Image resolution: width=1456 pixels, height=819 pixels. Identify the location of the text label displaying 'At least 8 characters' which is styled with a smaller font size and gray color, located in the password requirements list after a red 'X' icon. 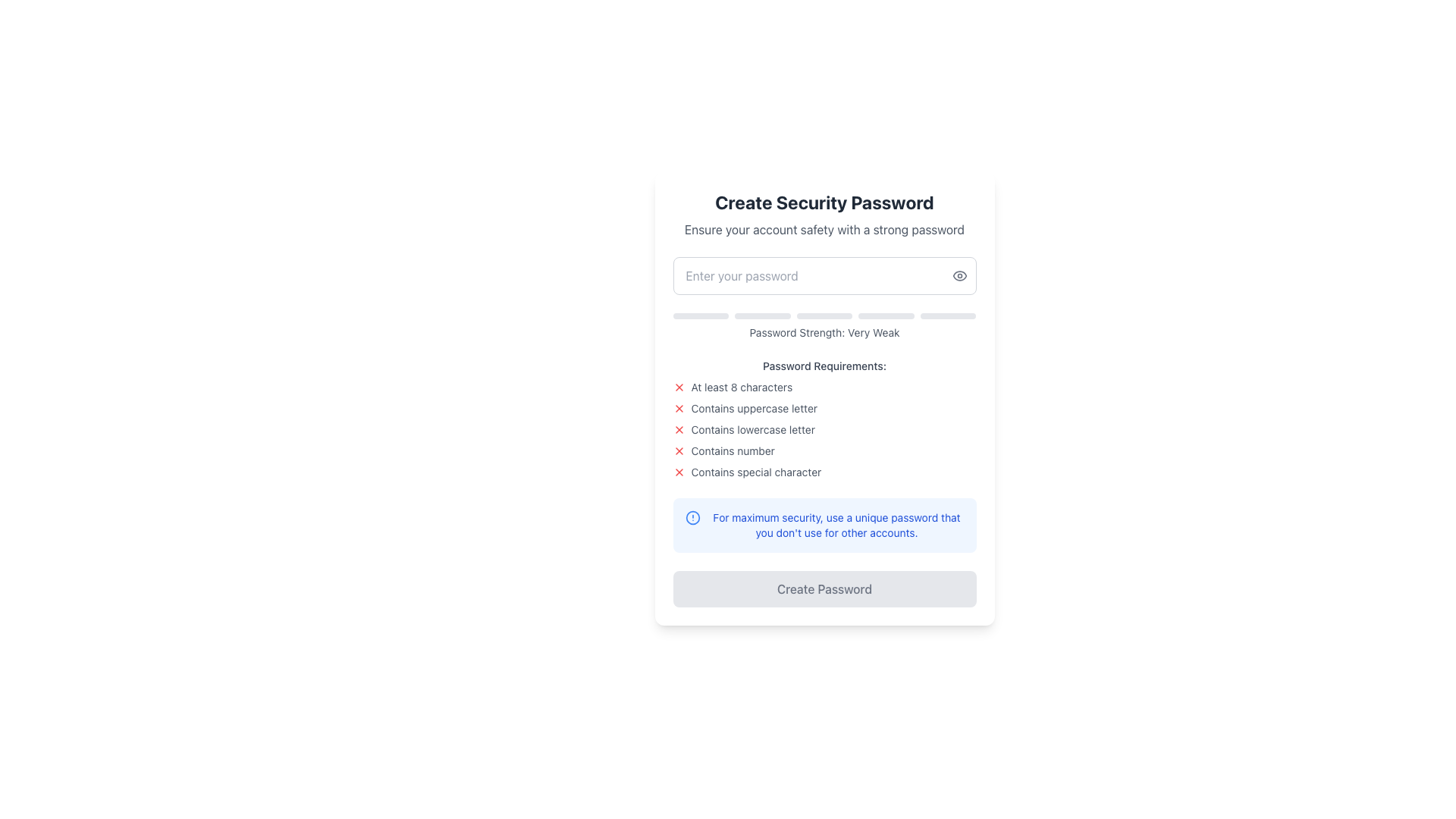
(742, 386).